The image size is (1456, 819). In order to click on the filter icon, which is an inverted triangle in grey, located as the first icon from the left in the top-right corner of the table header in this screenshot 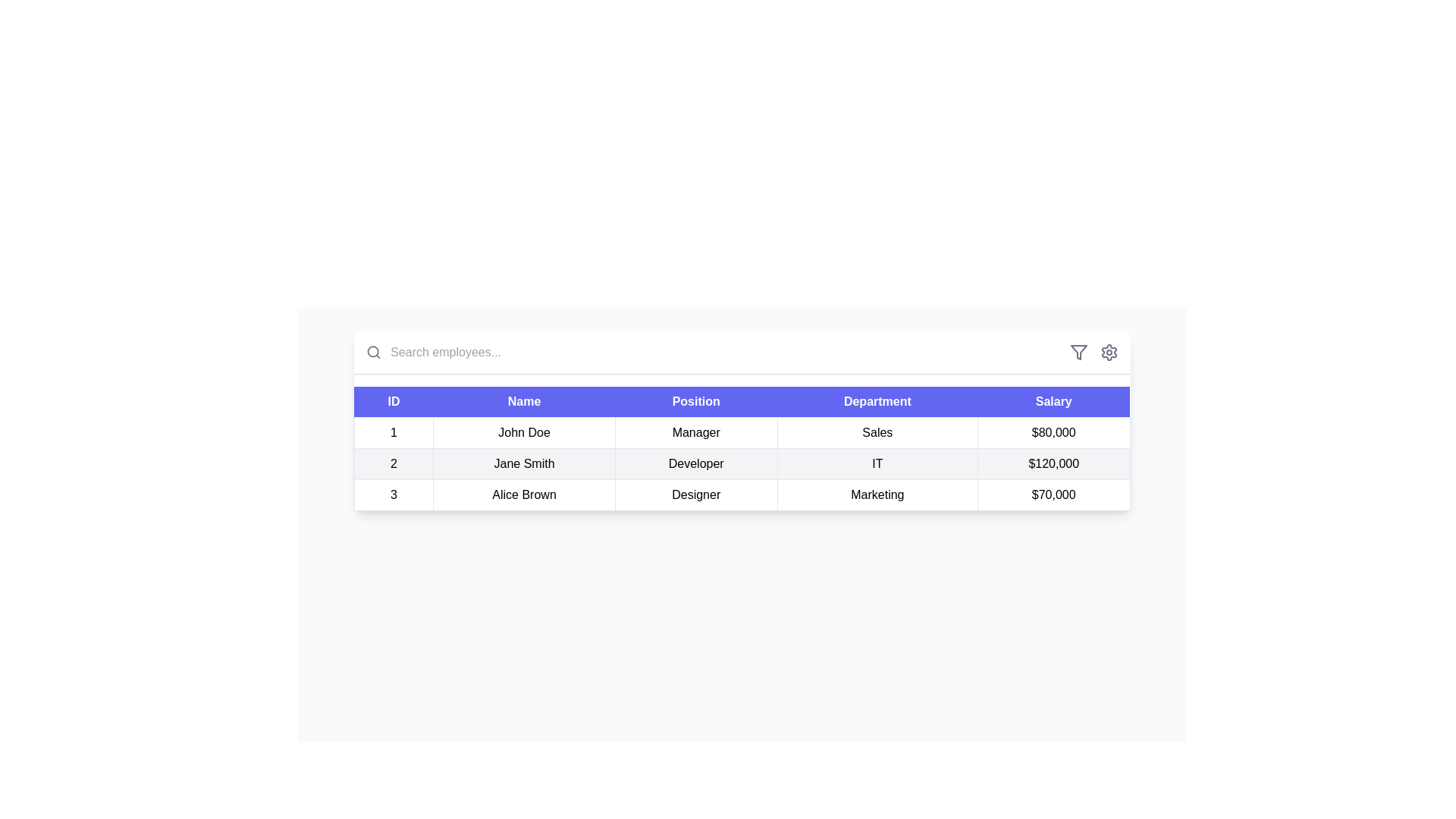, I will do `click(1078, 353)`.